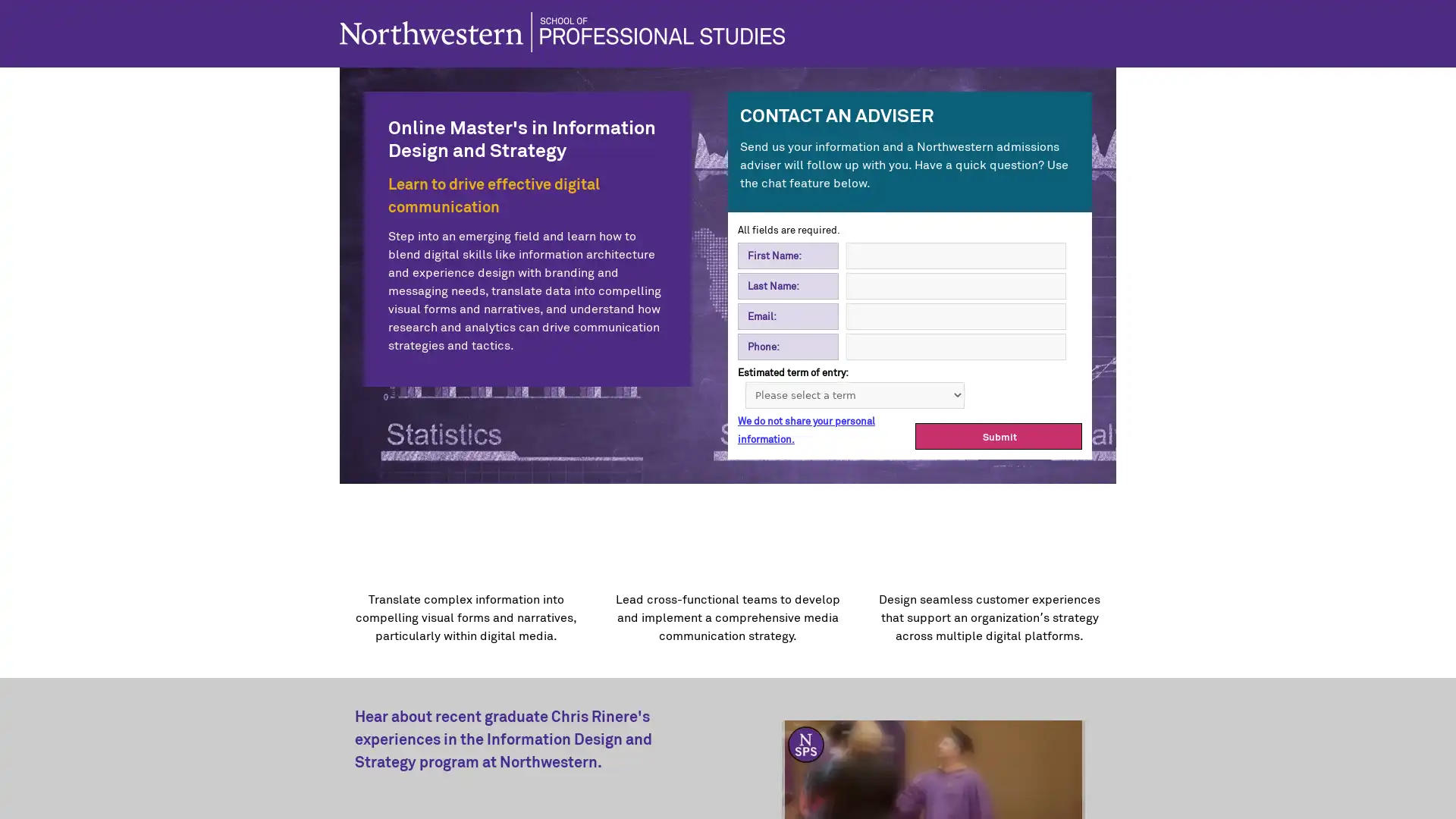 This screenshot has width=1456, height=819. I want to click on Submit, so click(998, 436).